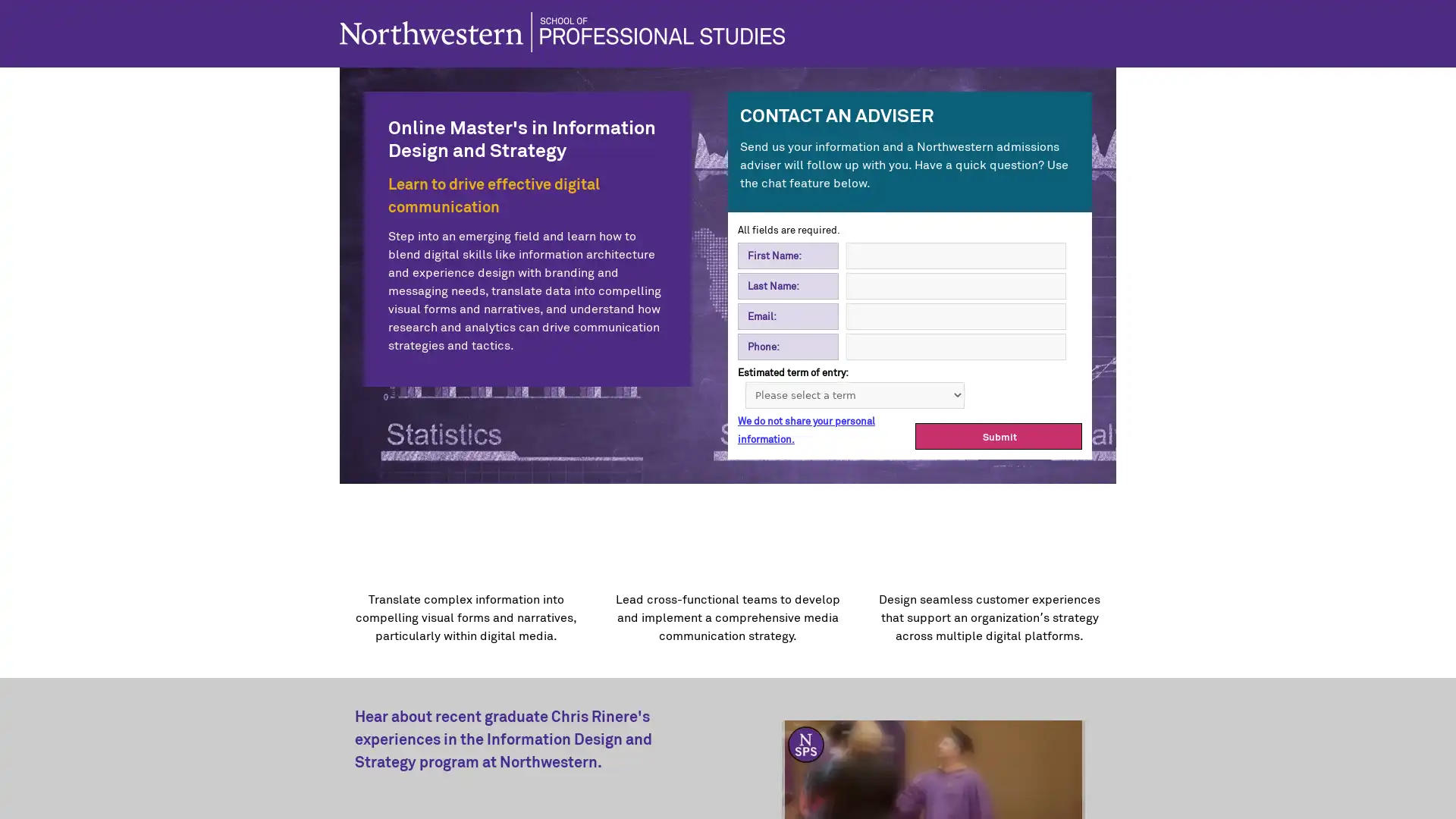 This screenshot has width=1456, height=819. I want to click on Submit, so click(998, 436).